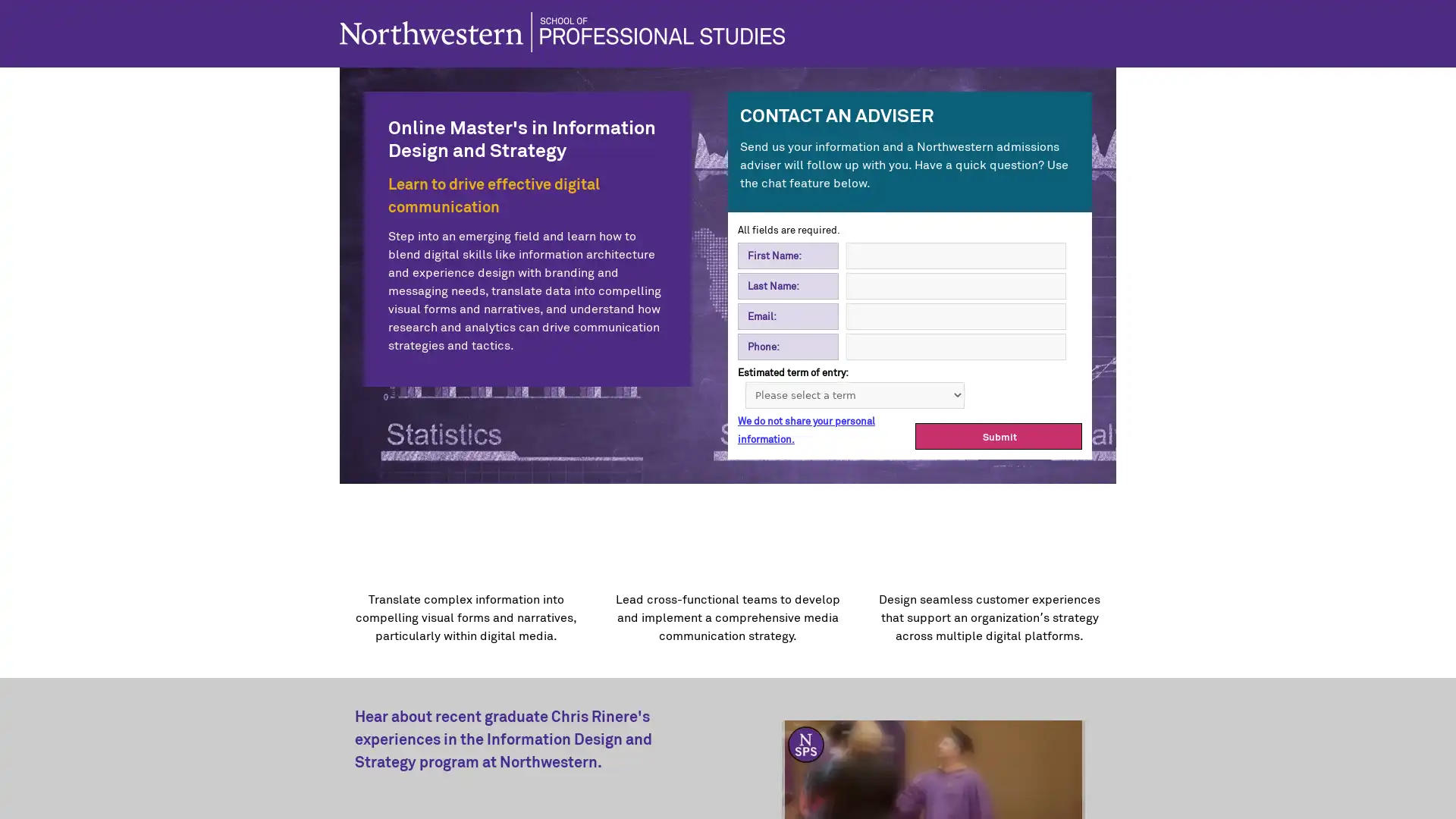 This screenshot has width=1456, height=819. I want to click on Submit, so click(998, 436).